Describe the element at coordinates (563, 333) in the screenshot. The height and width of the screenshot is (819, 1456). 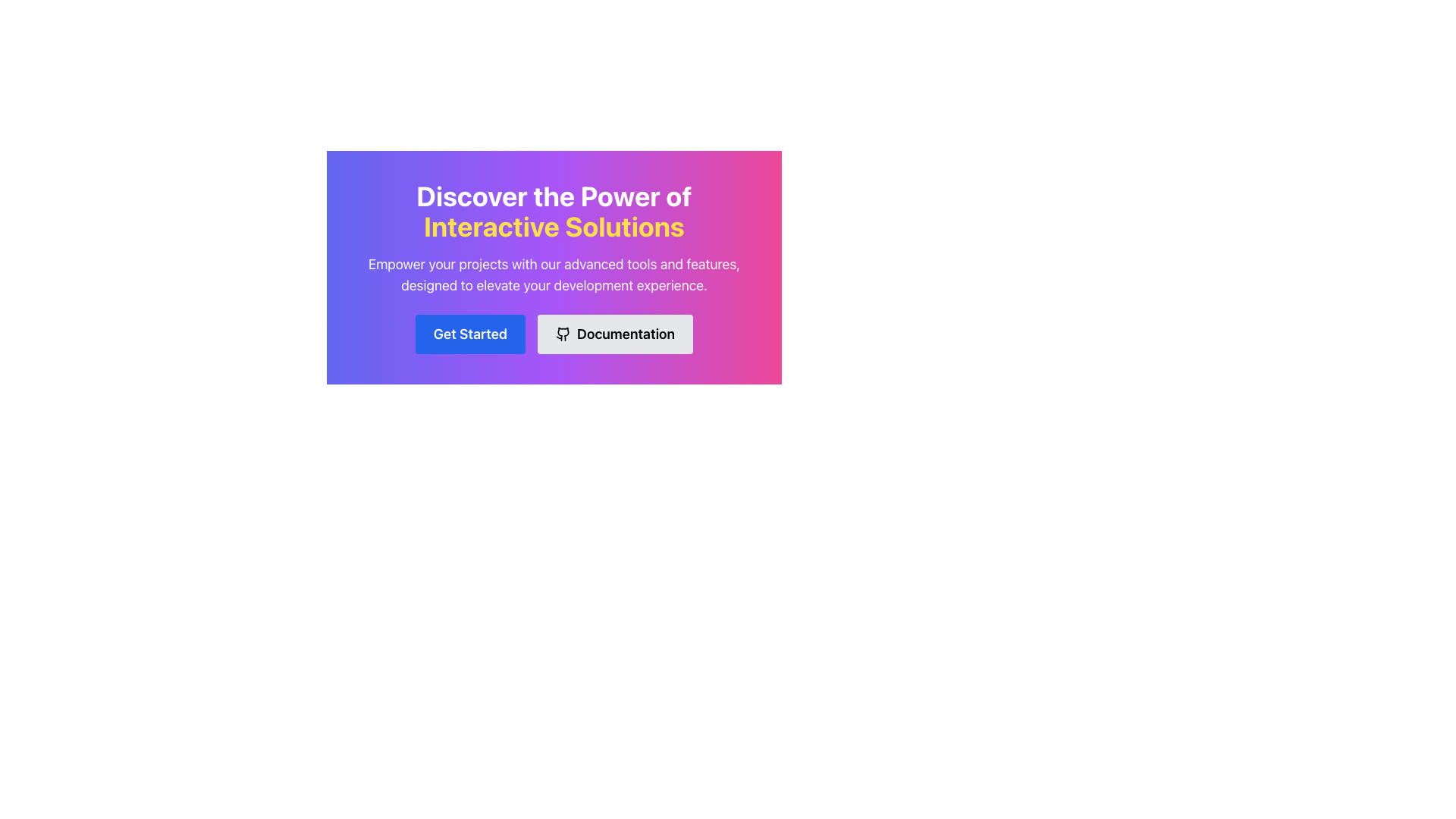
I see `the GitHub icon positioned near the left edge of the Documentation button, which provides access to GitHub-related content` at that location.